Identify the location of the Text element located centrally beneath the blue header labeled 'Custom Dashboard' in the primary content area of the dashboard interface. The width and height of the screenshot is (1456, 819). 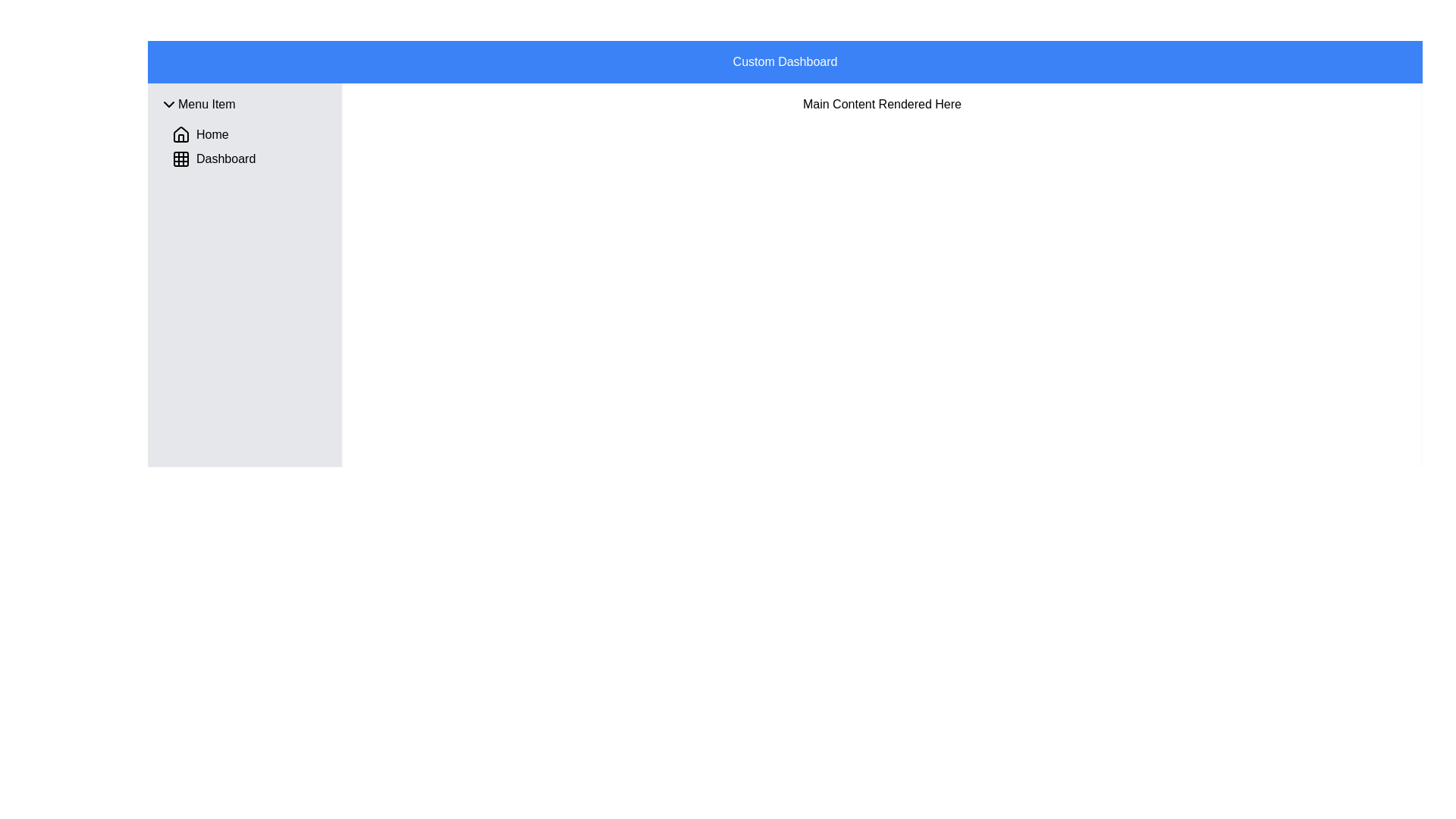
(882, 104).